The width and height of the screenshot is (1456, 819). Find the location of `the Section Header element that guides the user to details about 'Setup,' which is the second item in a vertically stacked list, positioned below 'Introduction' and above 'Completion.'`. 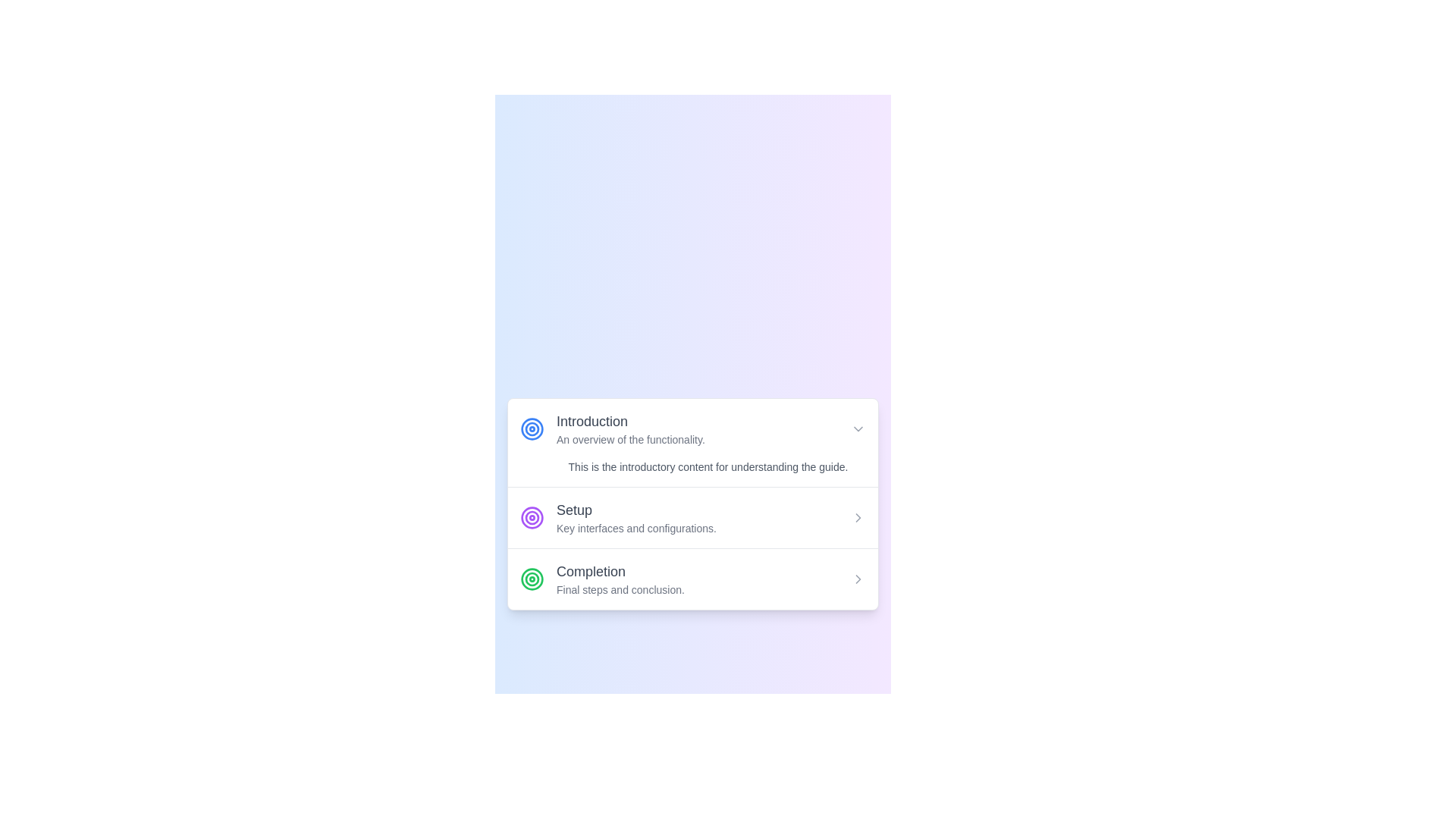

the Section Header element that guides the user to details about 'Setup,' which is the second item in a vertically stacked list, positioned below 'Introduction' and above 'Completion.' is located at coordinates (618, 516).